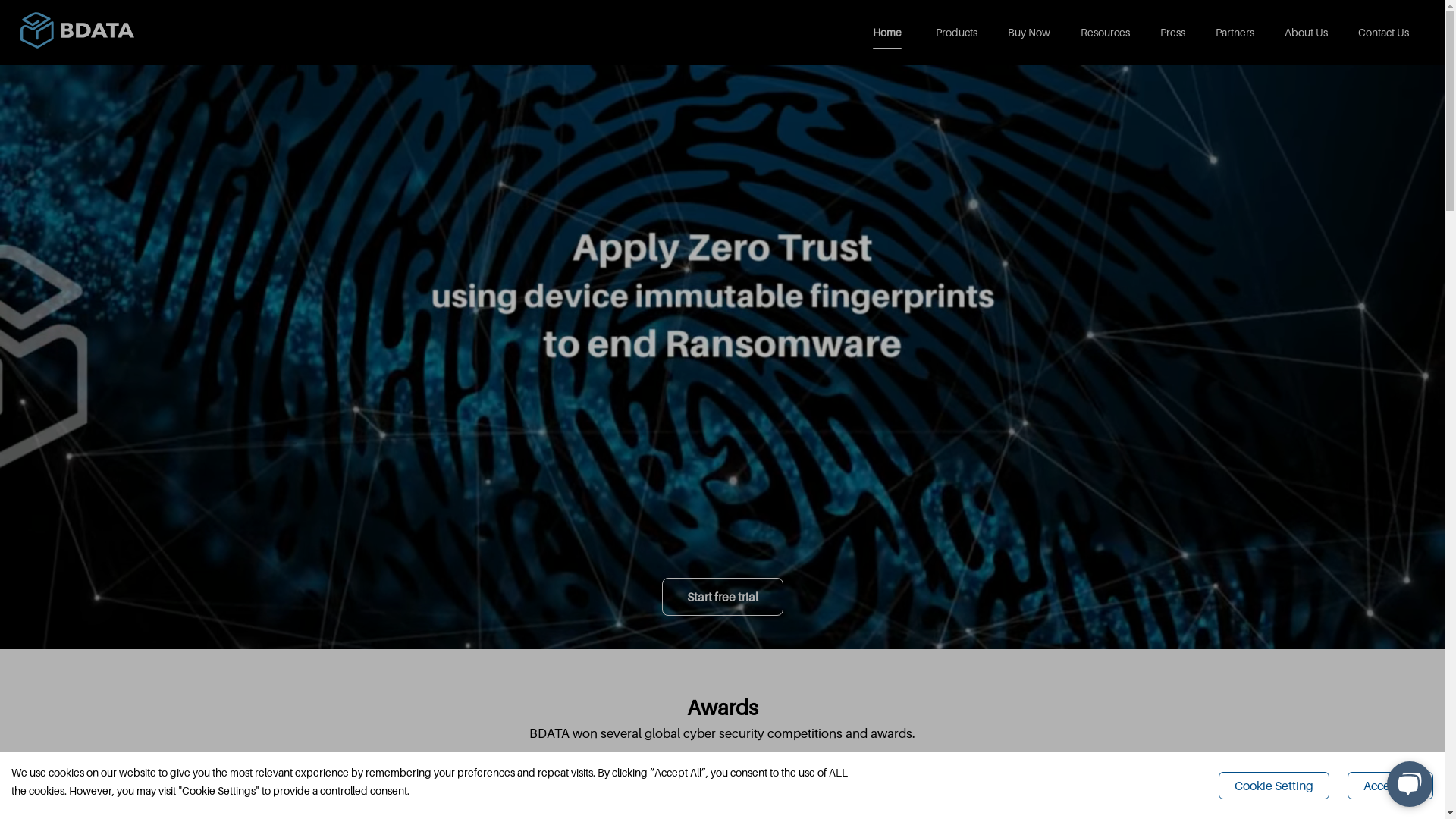  Describe the element at coordinates (1172, 32) in the screenshot. I see `'Press'` at that location.